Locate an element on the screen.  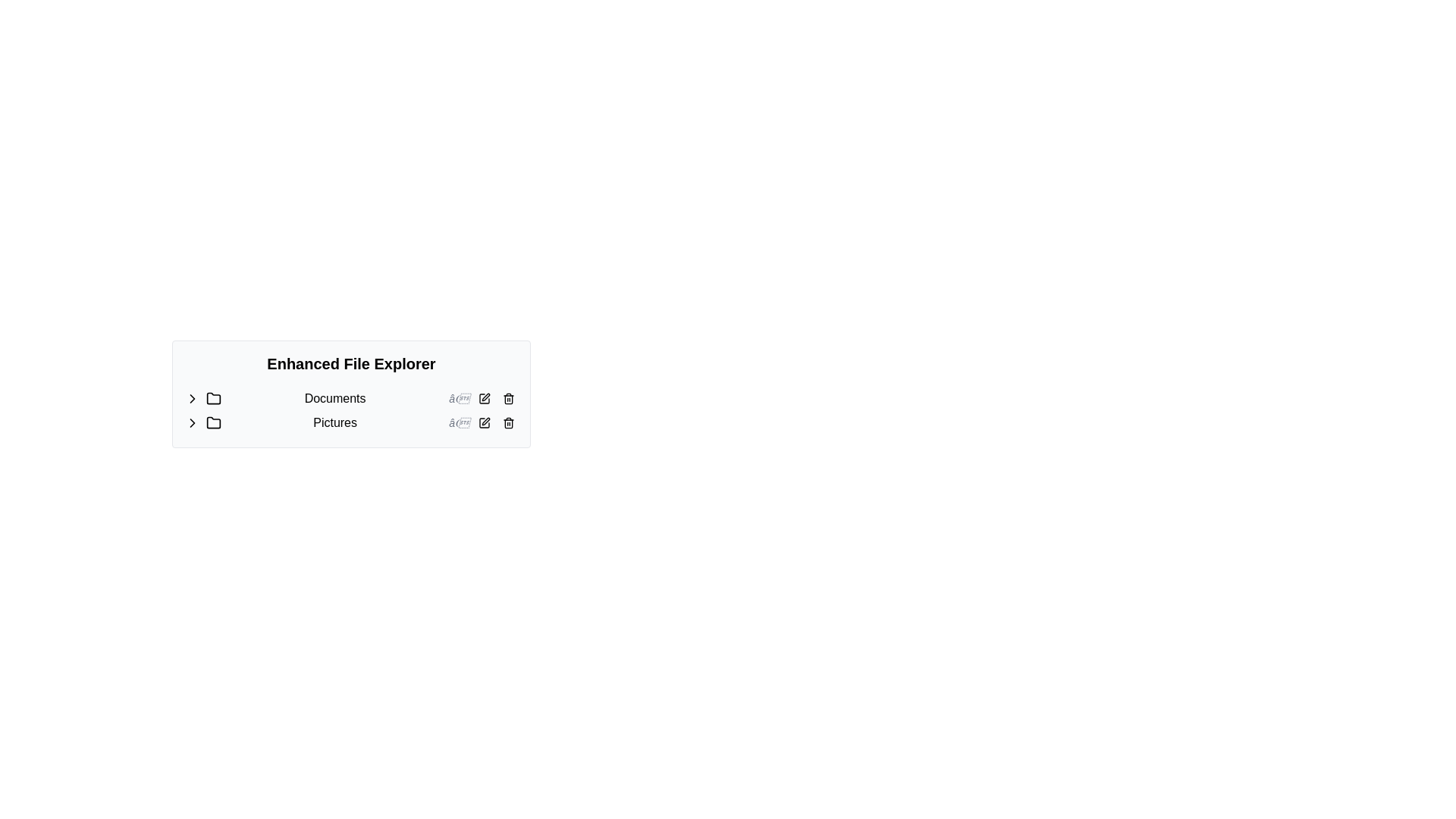
the pen icon button, which is the second icon in a horizontal row next to the text label 'Documents', to initiate an edit action is located at coordinates (483, 397).